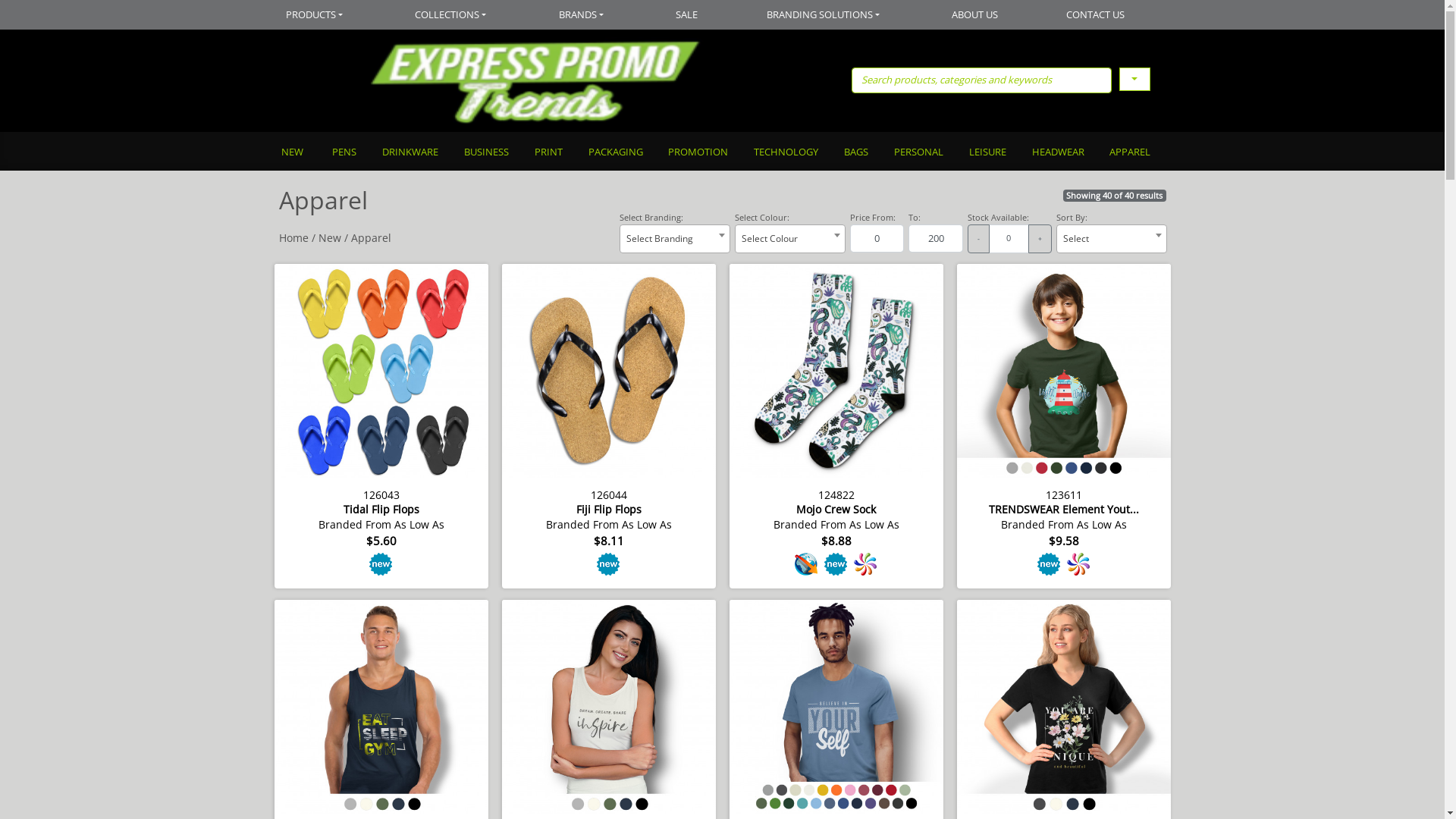 This screenshot has width=1456, height=819. What do you see at coordinates (697, 152) in the screenshot?
I see `'PROMOTION'` at bounding box center [697, 152].